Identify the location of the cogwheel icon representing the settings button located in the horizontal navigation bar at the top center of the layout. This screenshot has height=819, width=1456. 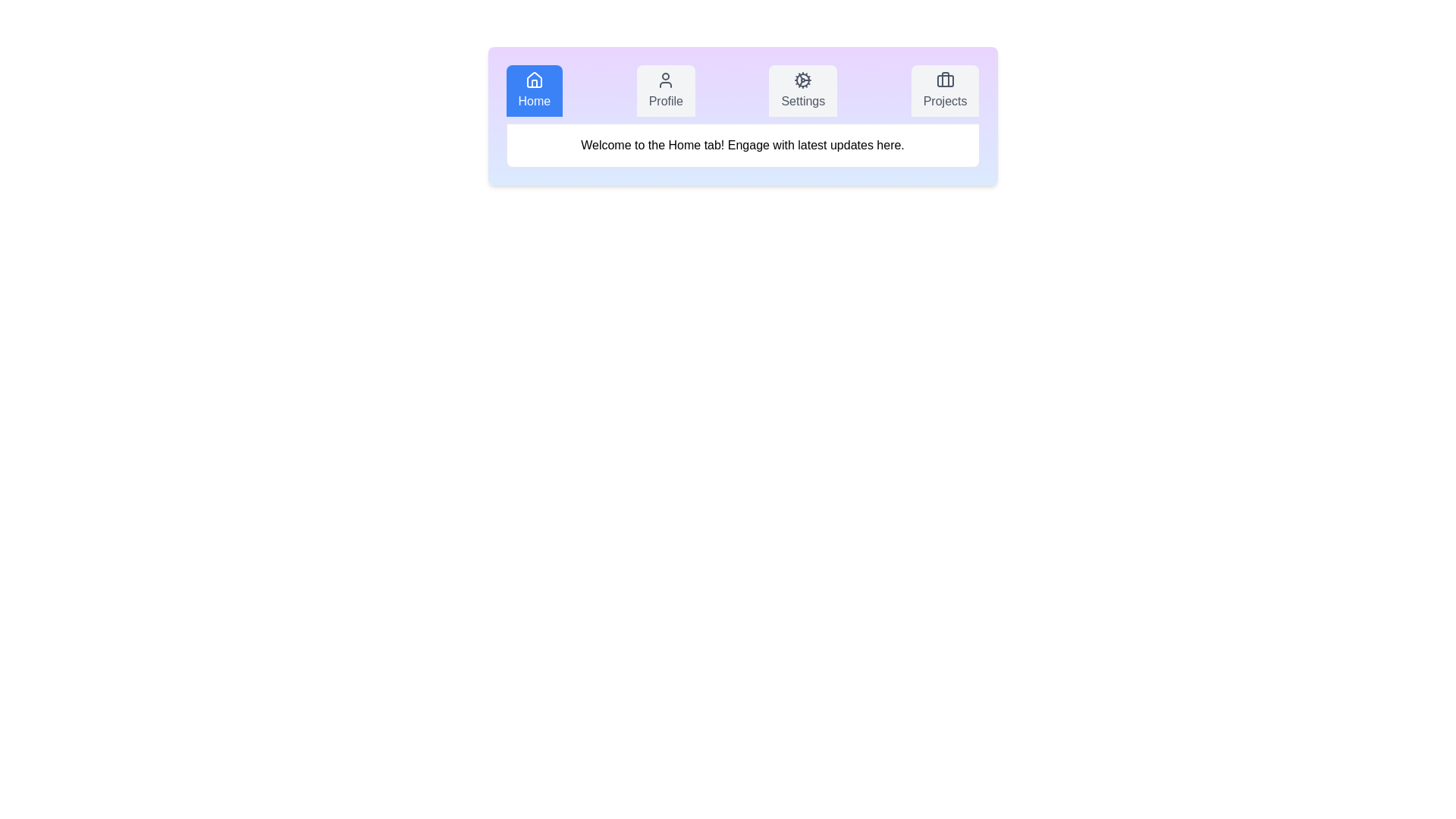
(802, 80).